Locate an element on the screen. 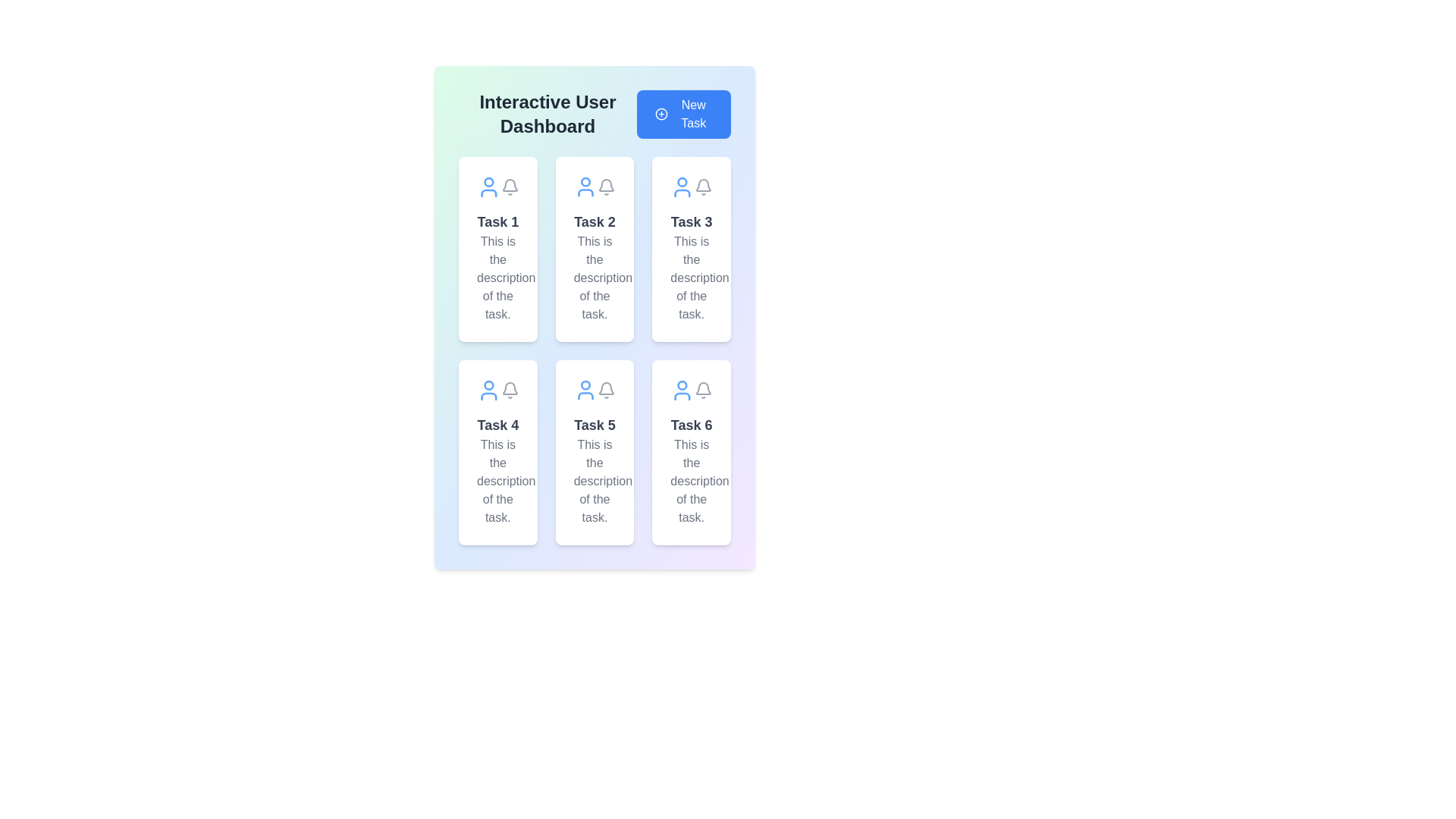 The image size is (1456, 819). the Decorative icon group located in the top-left corner of the 'Task 1' card on the dashboard to visually convey user-related information and notifications is located at coordinates (497, 186).